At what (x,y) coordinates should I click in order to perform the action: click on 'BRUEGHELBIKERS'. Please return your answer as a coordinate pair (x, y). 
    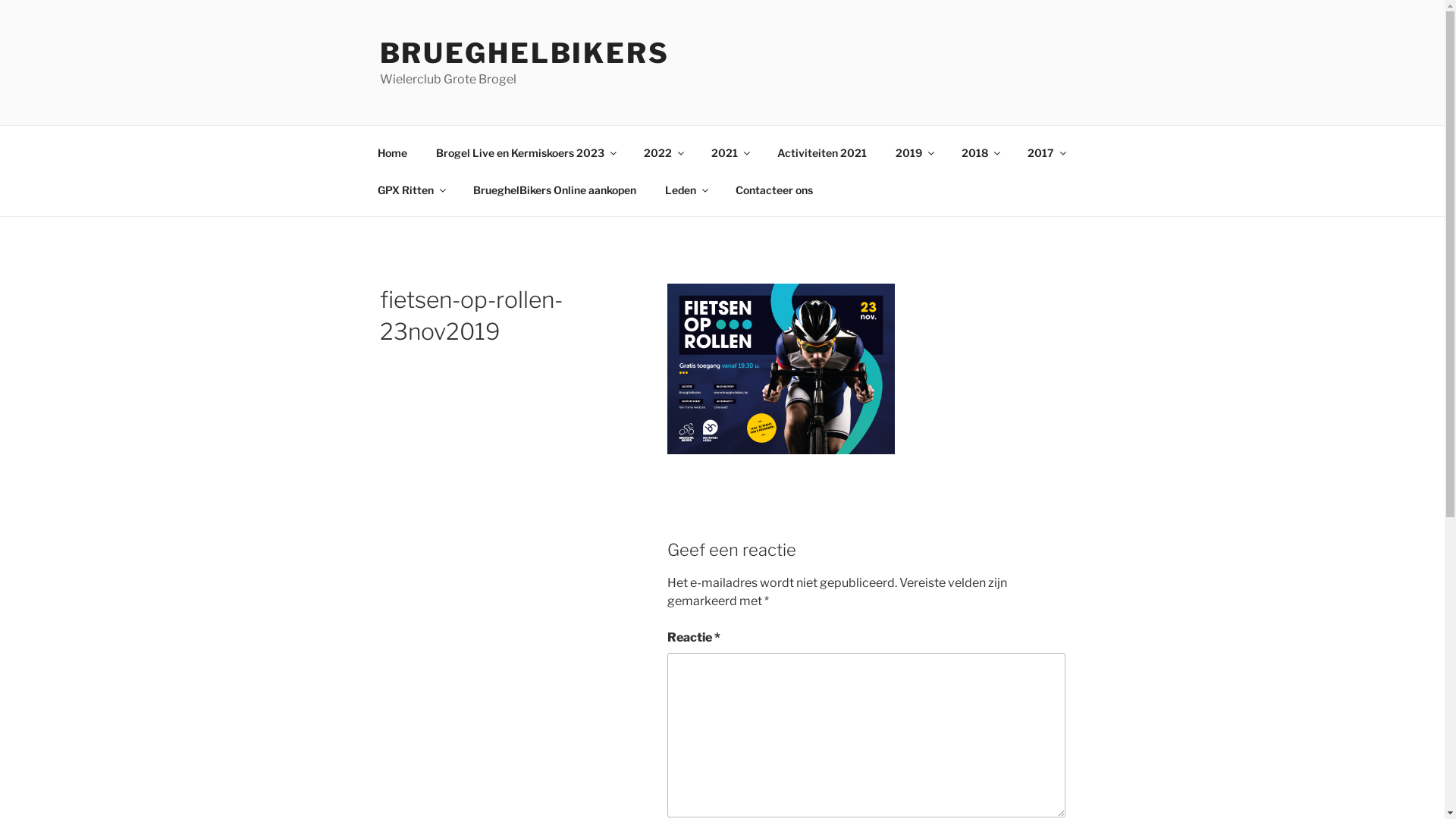
    Looking at the image, I should click on (524, 52).